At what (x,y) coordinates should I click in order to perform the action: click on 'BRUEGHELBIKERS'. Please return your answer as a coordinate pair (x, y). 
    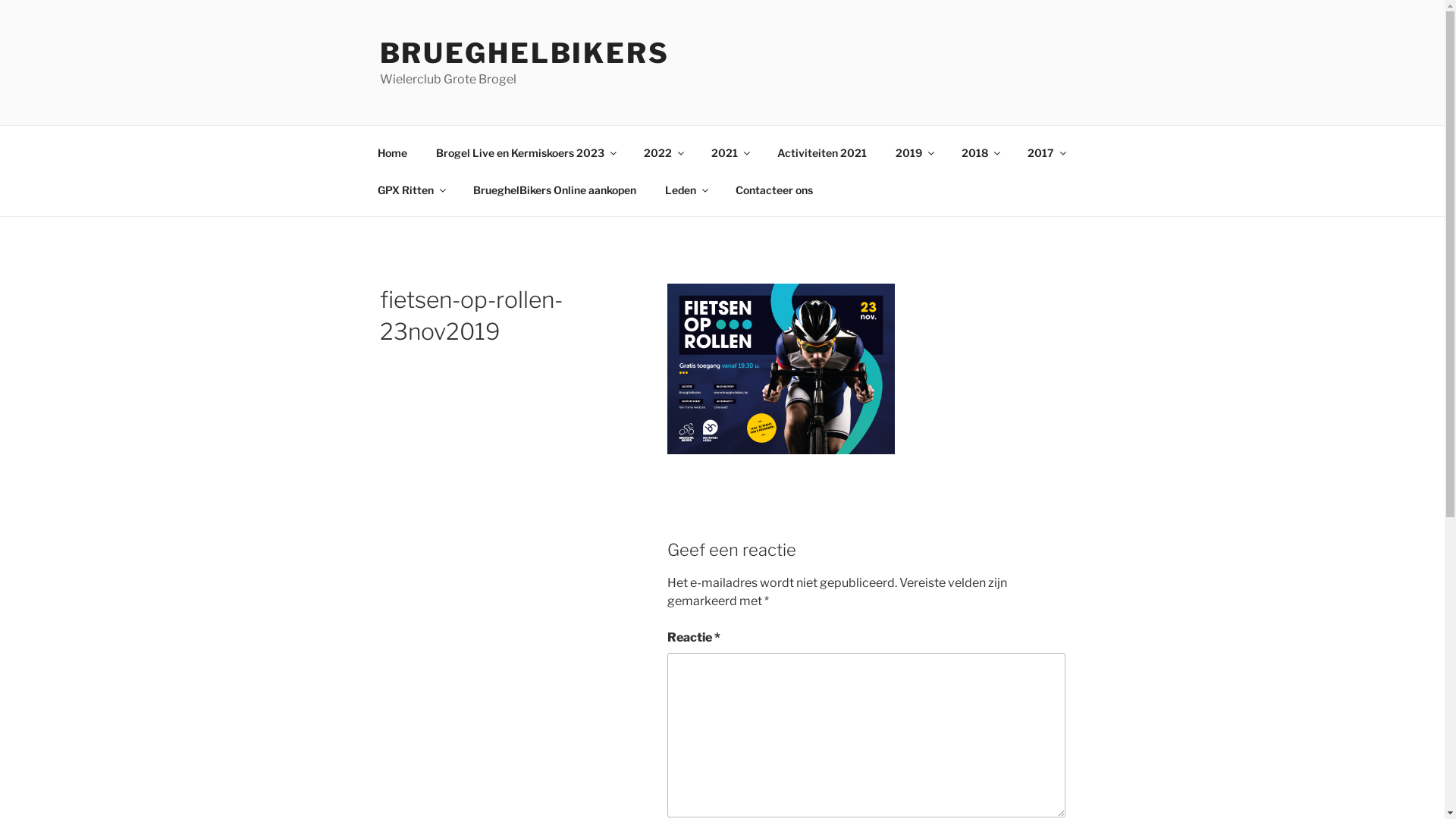
    Looking at the image, I should click on (524, 52).